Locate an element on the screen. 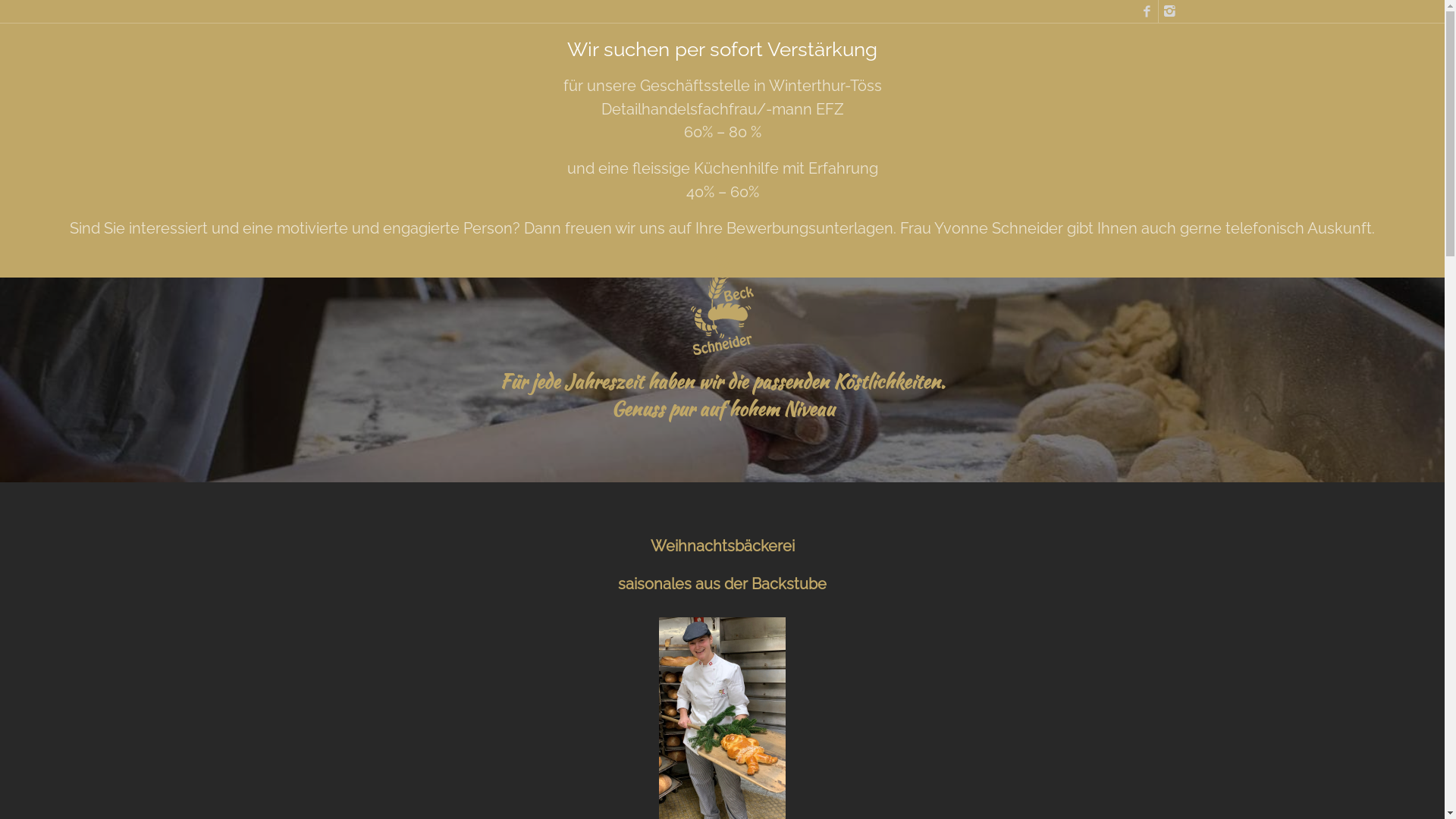  'Facebook' is located at coordinates (1147, 11).